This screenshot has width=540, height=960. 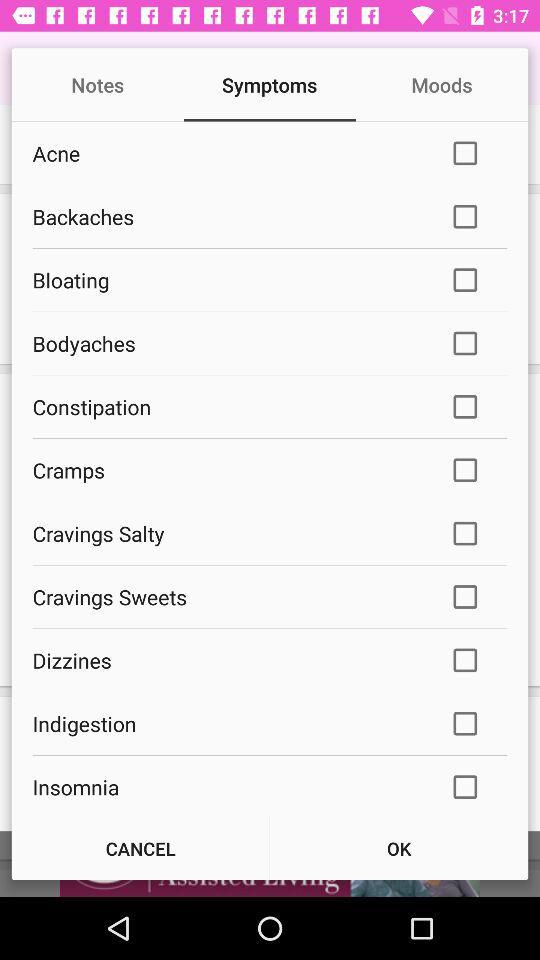 What do you see at coordinates (226, 216) in the screenshot?
I see `icon below the acne` at bounding box center [226, 216].